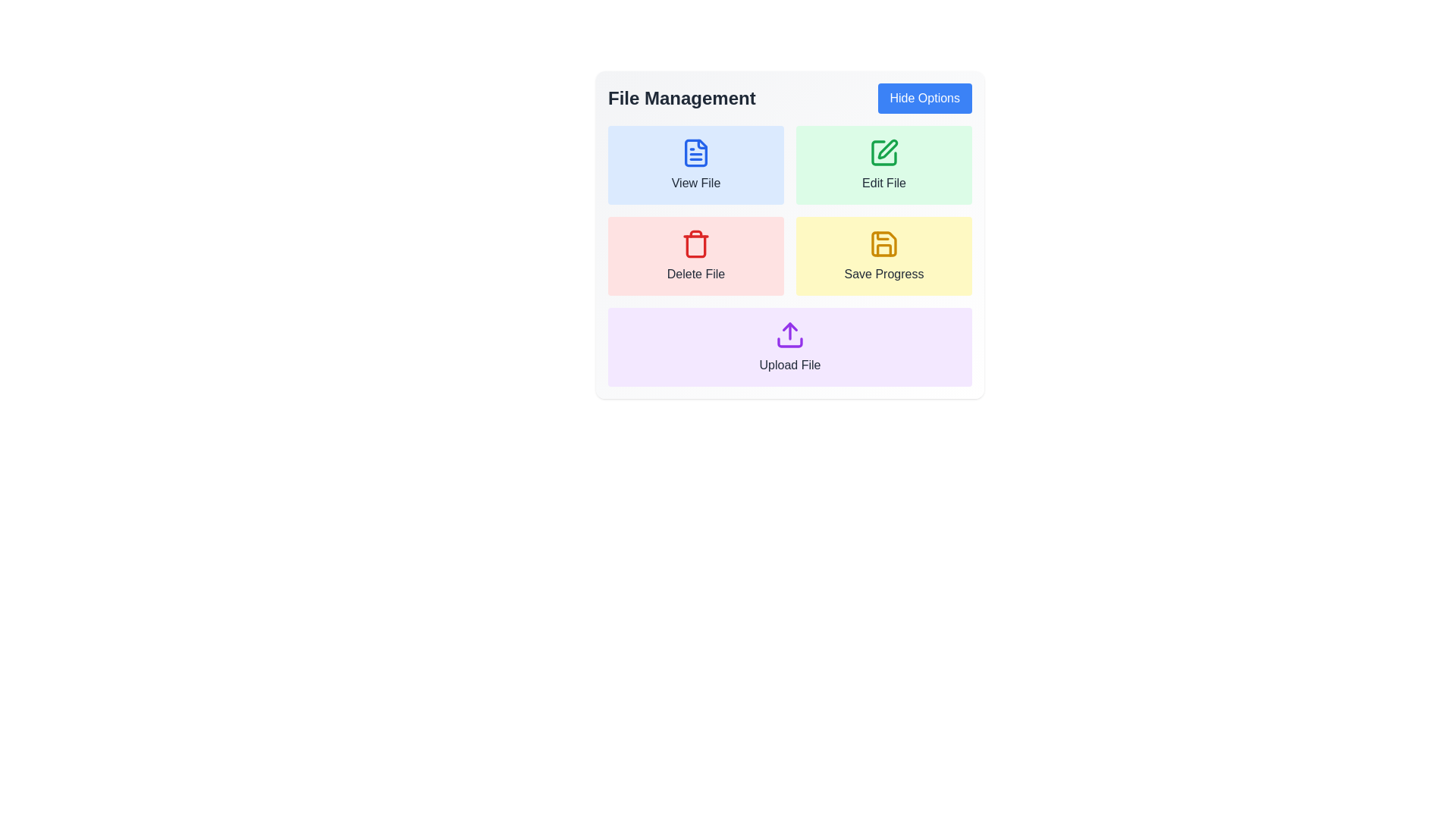 The width and height of the screenshot is (1456, 819). What do you see at coordinates (701, 144) in the screenshot?
I see `the Decorative SVG component representing the top corner of the file icon, located in the top-left corner of the blue box labeled 'View File'` at bounding box center [701, 144].